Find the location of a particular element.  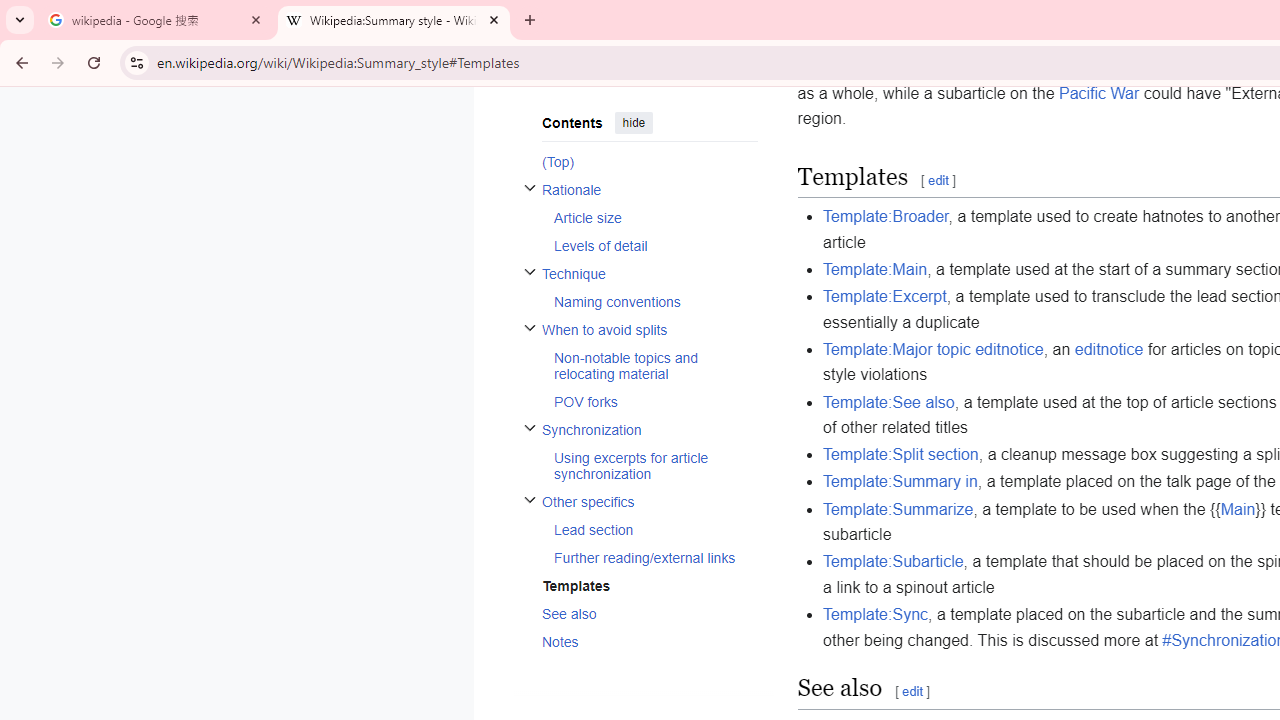

'Template:See also' is located at coordinates (887, 402).